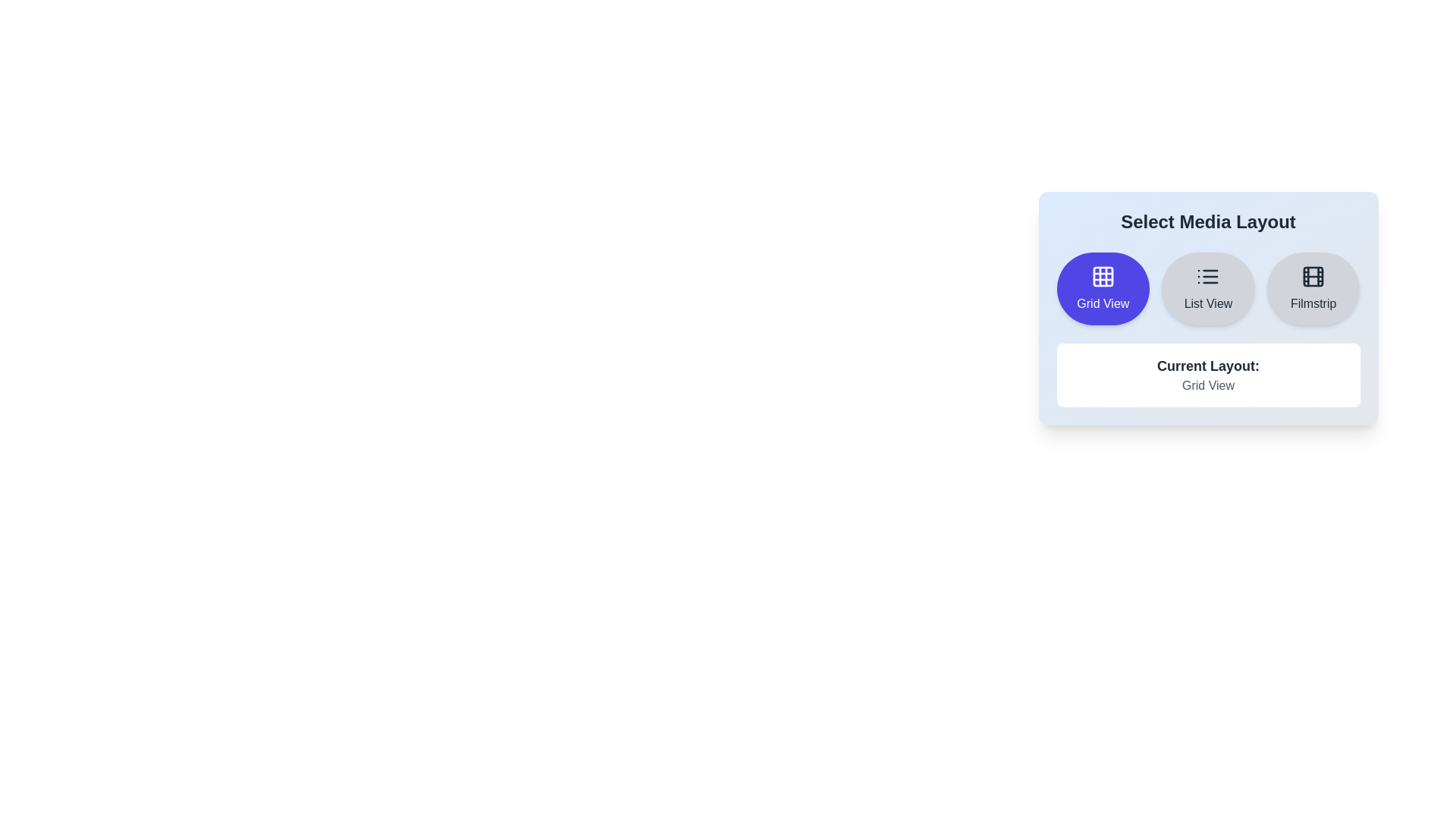  What do you see at coordinates (1207, 289) in the screenshot?
I see `the media layout by clicking on the List View button` at bounding box center [1207, 289].